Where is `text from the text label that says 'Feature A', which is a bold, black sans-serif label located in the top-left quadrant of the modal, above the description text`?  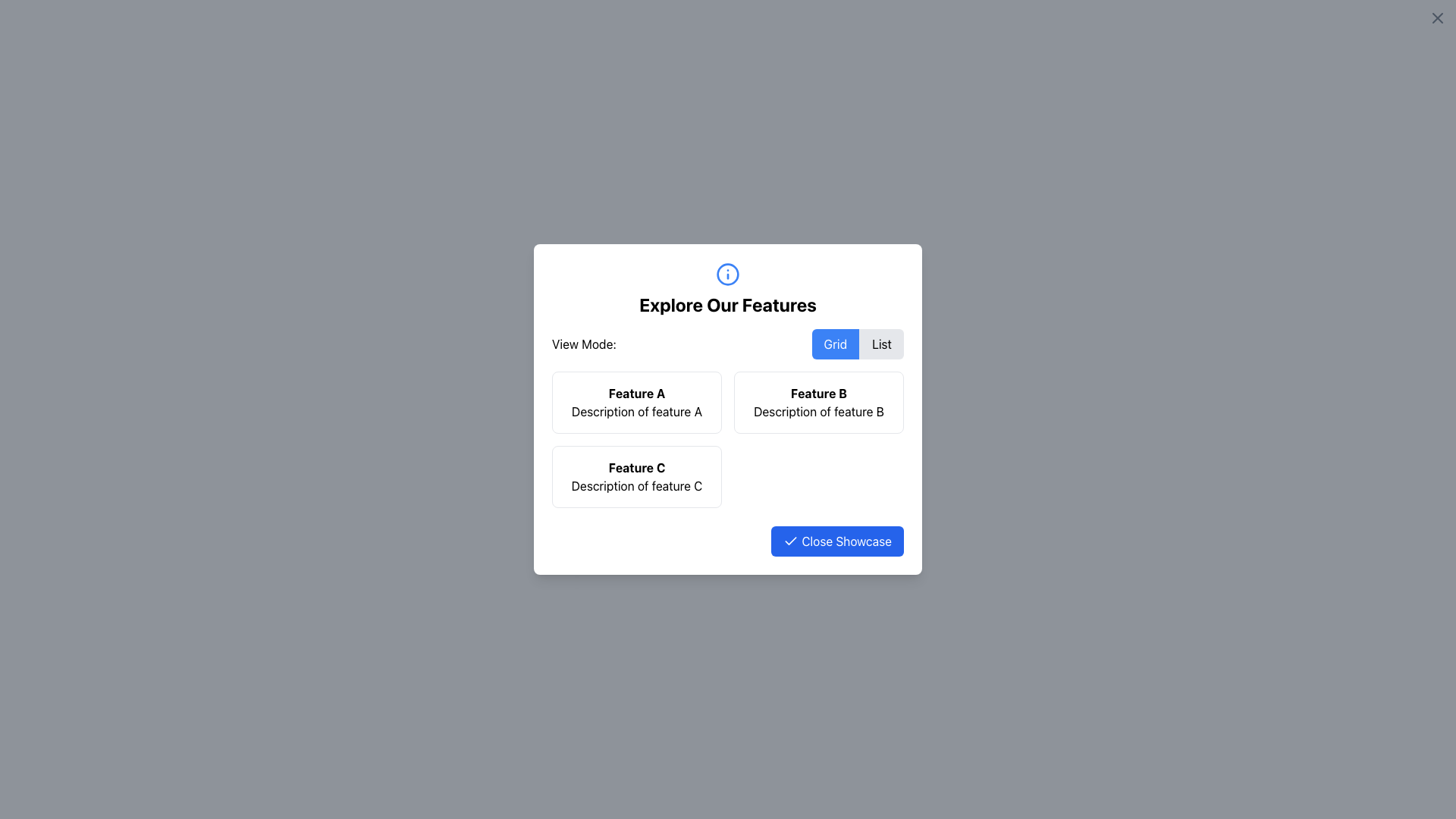 text from the text label that says 'Feature A', which is a bold, black sans-serif label located in the top-left quadrant of the modal, above the description text is located at coordinates (637, 393).